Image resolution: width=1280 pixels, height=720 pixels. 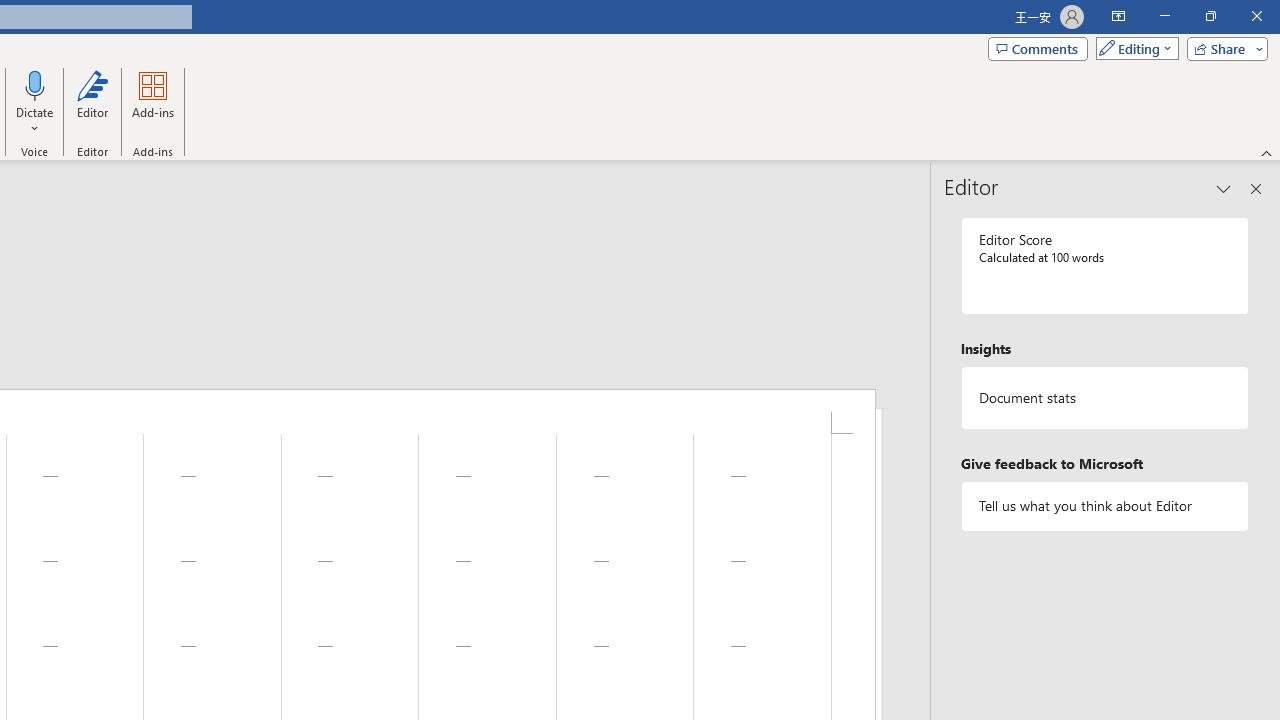 What do you see at coordinates (91, 103) in the screenshot?
I see `'Editor'` at bounding box center [91, 103].